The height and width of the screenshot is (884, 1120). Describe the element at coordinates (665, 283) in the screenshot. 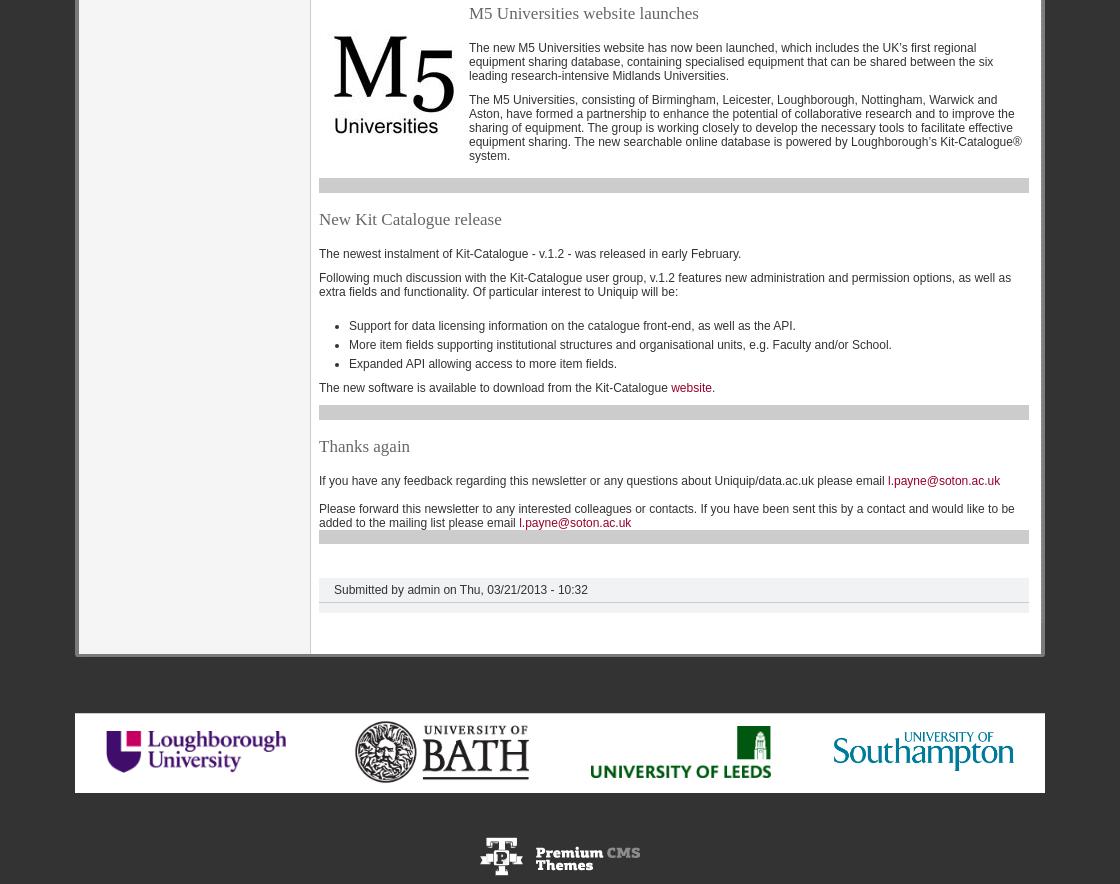

I see `'Following much discussion with the Kit-Catalogue user group, v.1.2 features new administration and permission options, as well as extra fields and functionality. Of particular interest to Uniquip will be:'` at that location.